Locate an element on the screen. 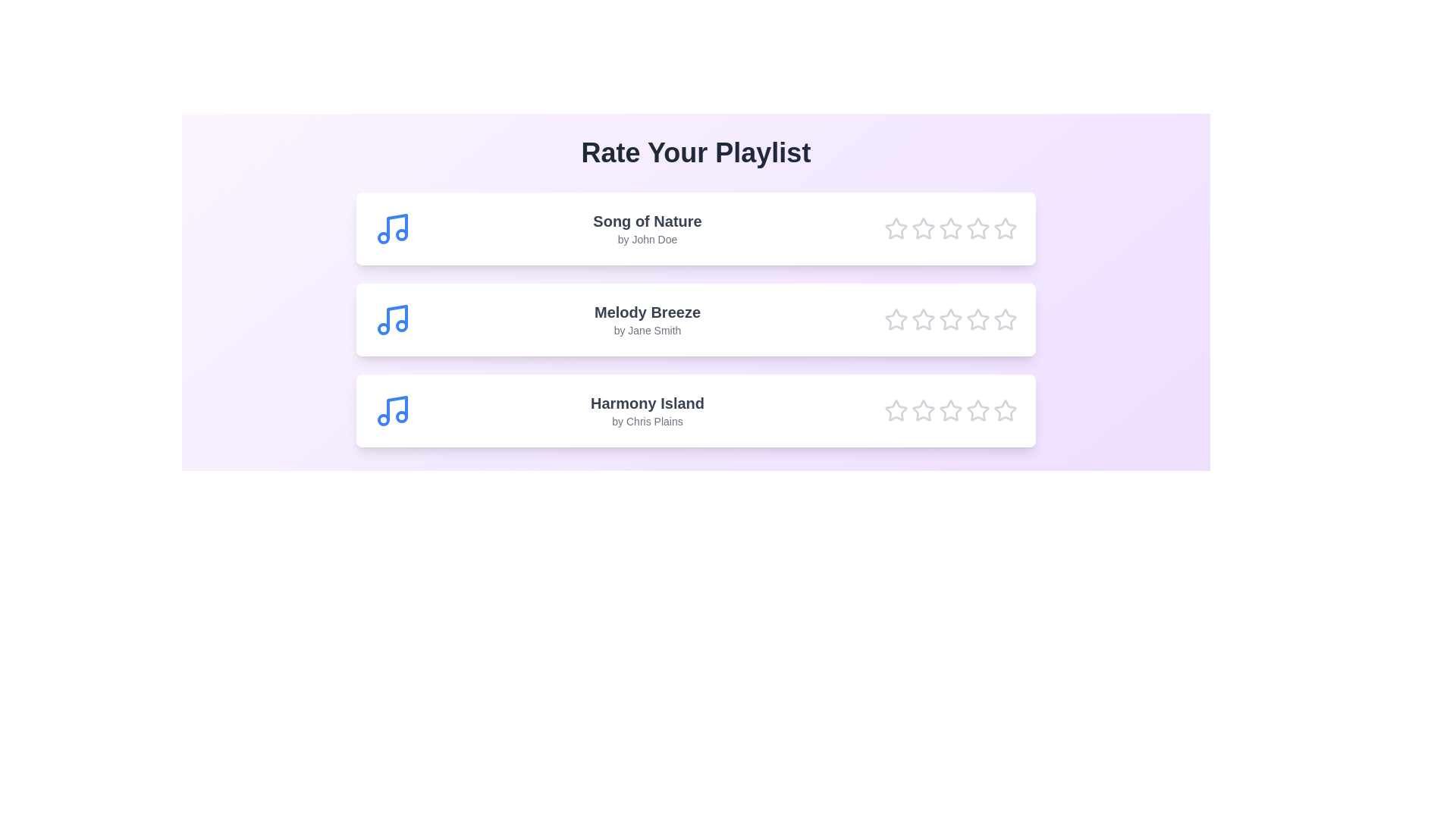 This screenshot has height=819, width=1456. the star corresponding to 3 for the song Song of Nature is located at coordinates (949, 228).